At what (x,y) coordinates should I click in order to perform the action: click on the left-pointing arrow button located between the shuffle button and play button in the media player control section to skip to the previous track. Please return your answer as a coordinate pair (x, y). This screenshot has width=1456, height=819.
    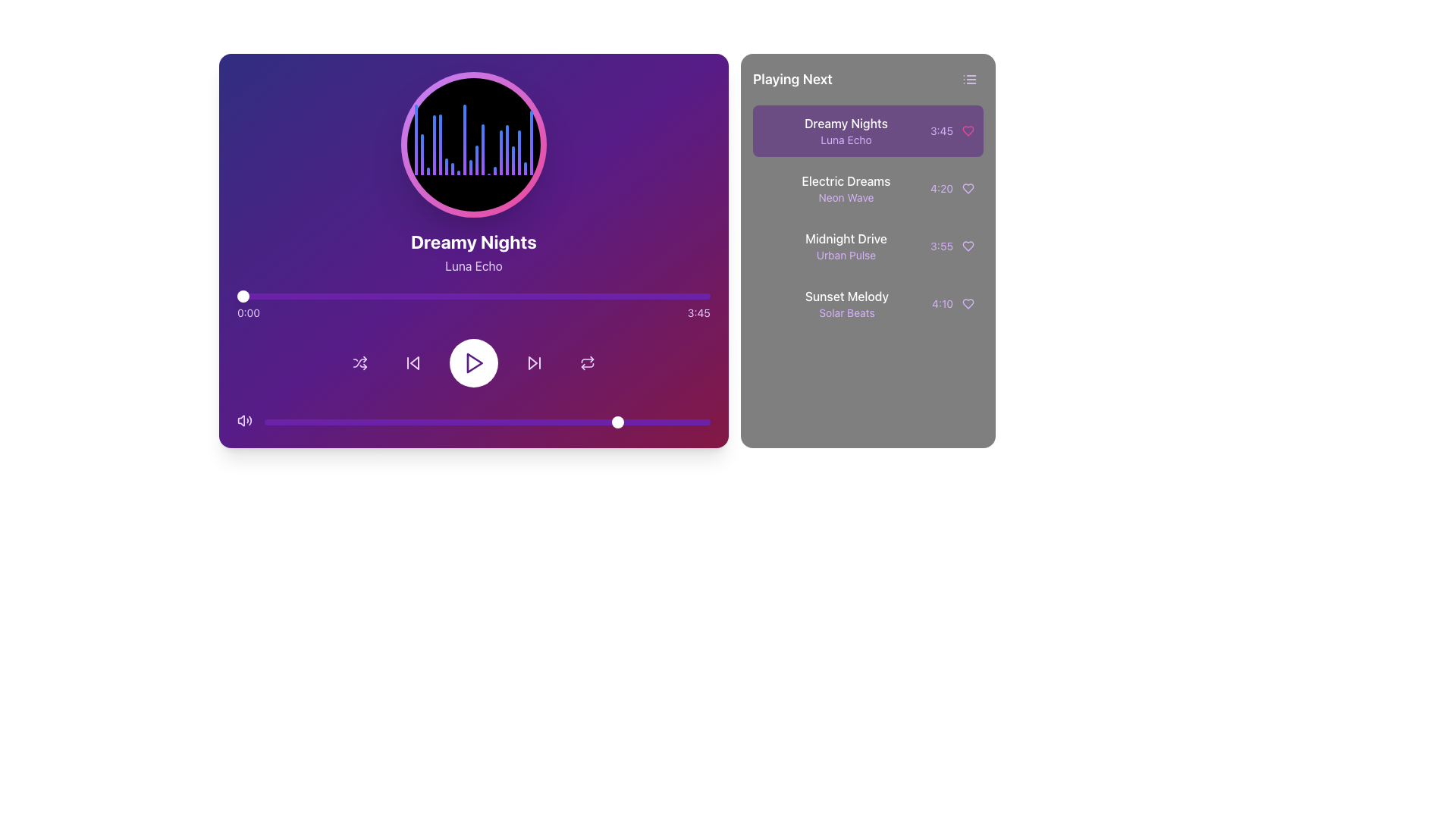
    Looking at the image, I should click on (413, 362).